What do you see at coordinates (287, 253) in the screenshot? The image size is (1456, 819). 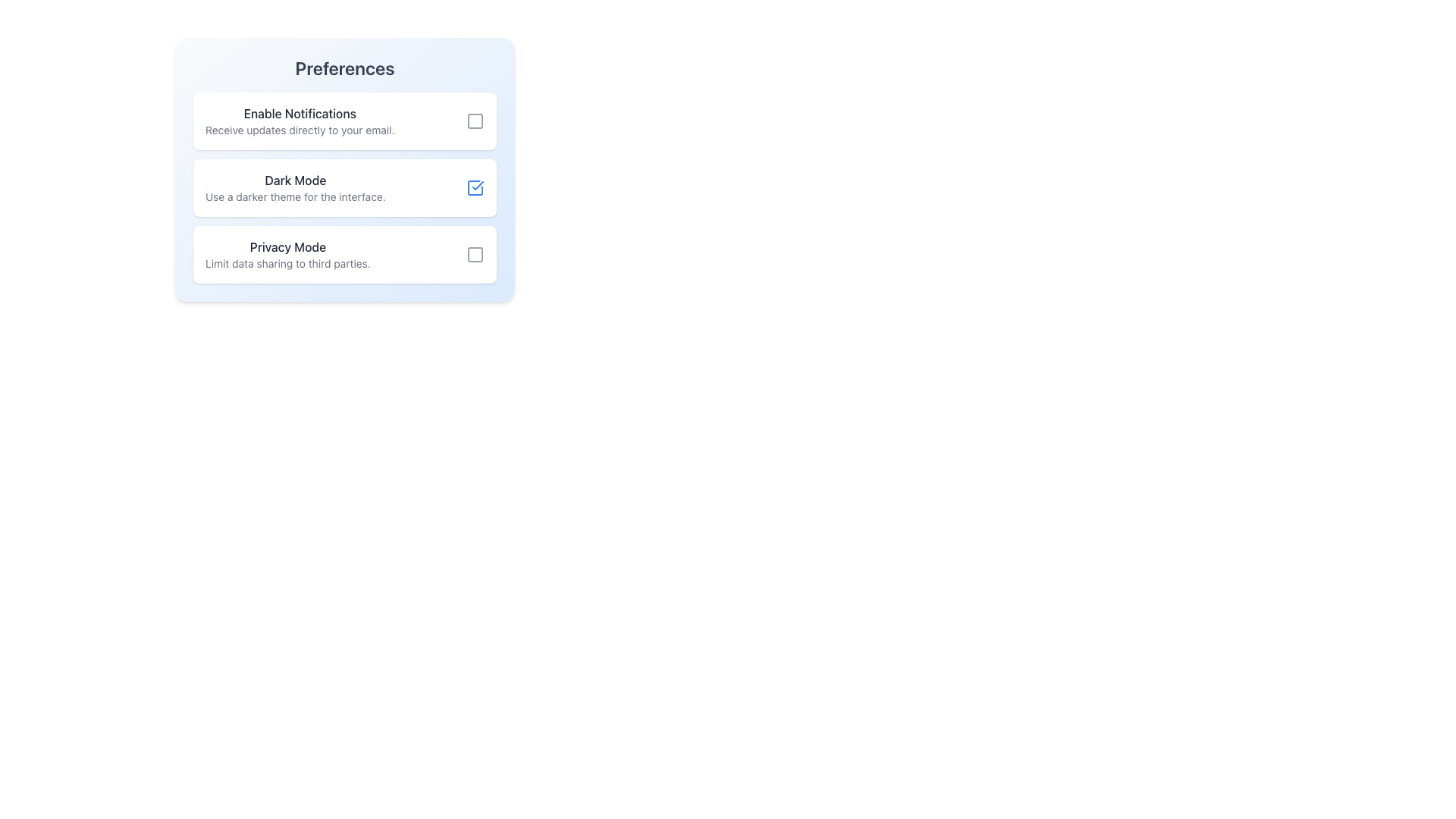 I see `the 'Privacy Mode' text block which features bold text stating 'Privacy Mode' and a description 'Limit data sharing to third parties.' positioned as the third option in the settings list` at bounding box center [287, 253].